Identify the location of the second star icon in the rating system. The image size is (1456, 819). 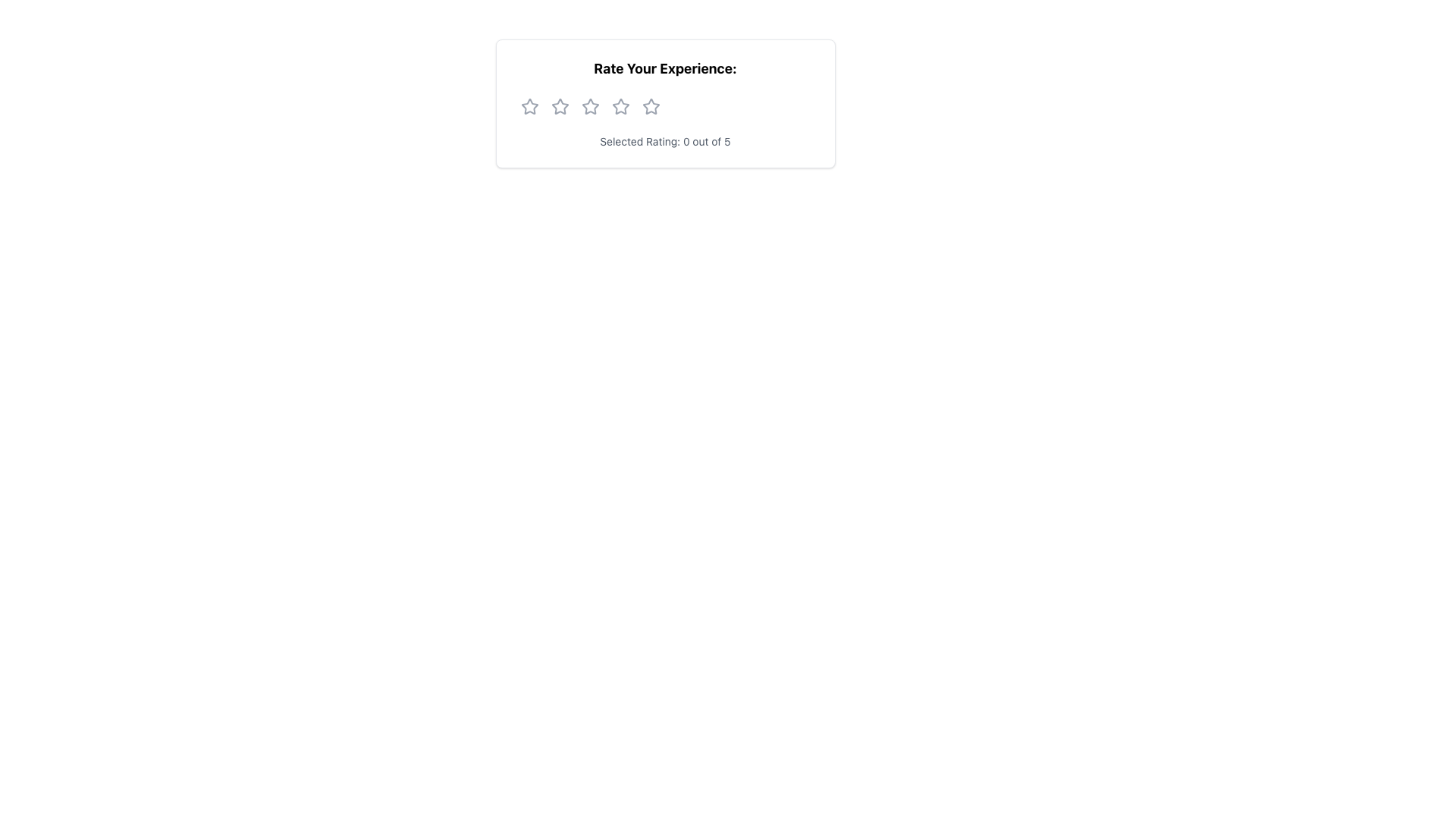
(559, 106).